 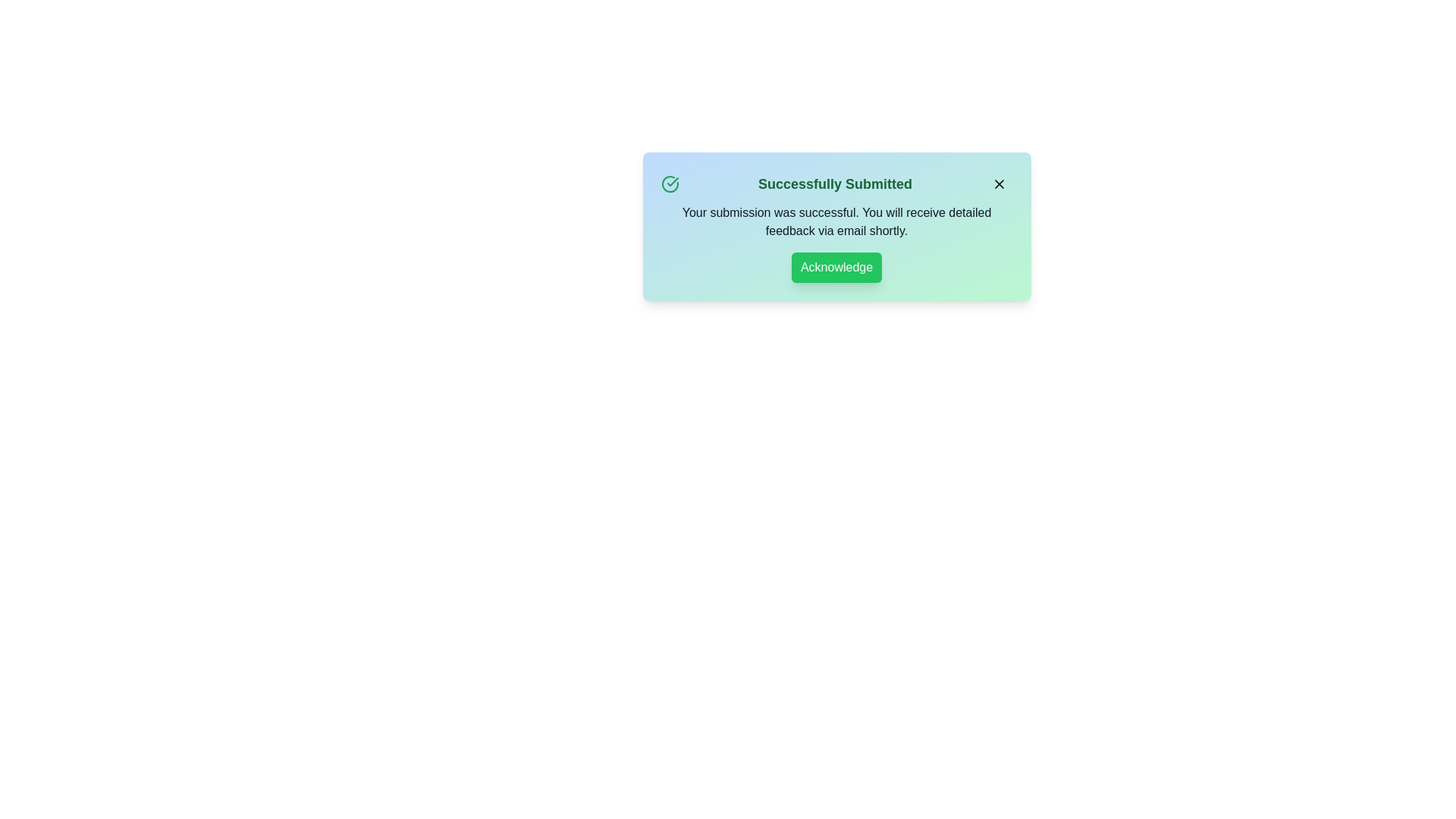 I want to click on the text 'Successfully Submitted' to highlight it, so click(x=836, y=184).